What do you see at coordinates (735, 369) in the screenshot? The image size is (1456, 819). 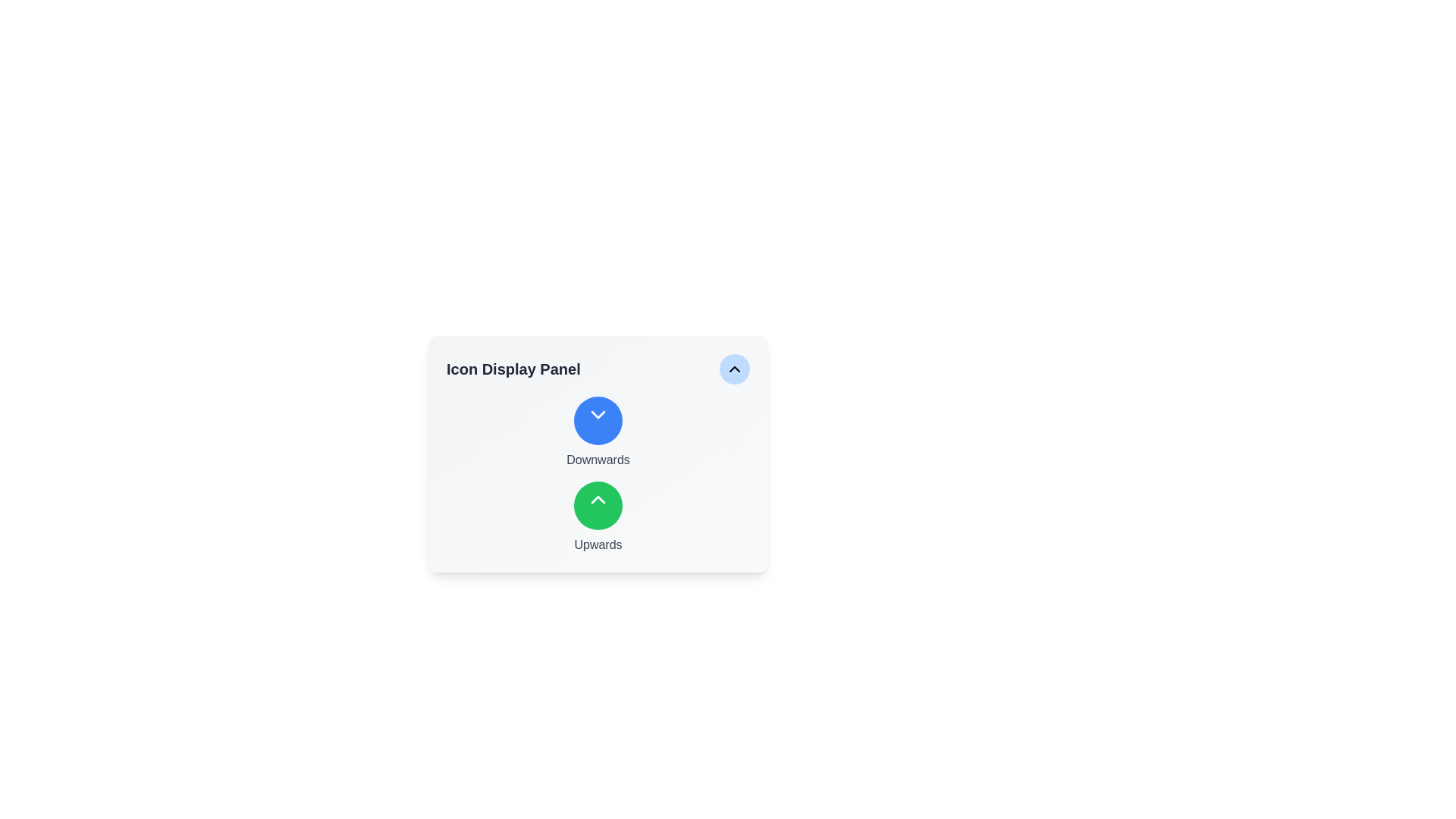 I see `the interactive button in the top-right corner of the 'Icon Display Panel'` at bounding box center [735, 369].